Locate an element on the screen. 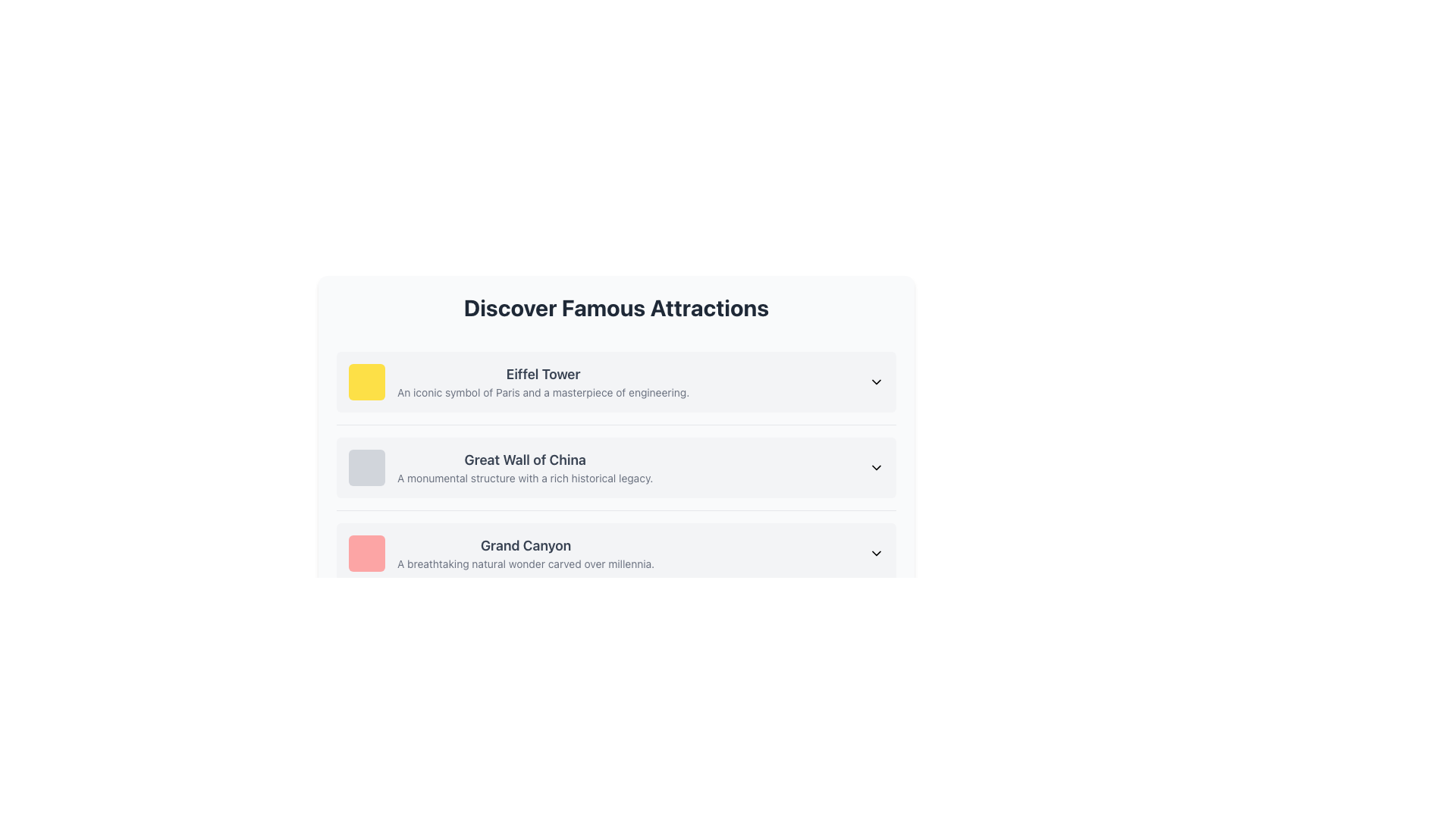  the text block titled 'Eiffel Tower' which is the first entry in the list under 'Discover Famous Attractions' is located at coordinates (543, 381).